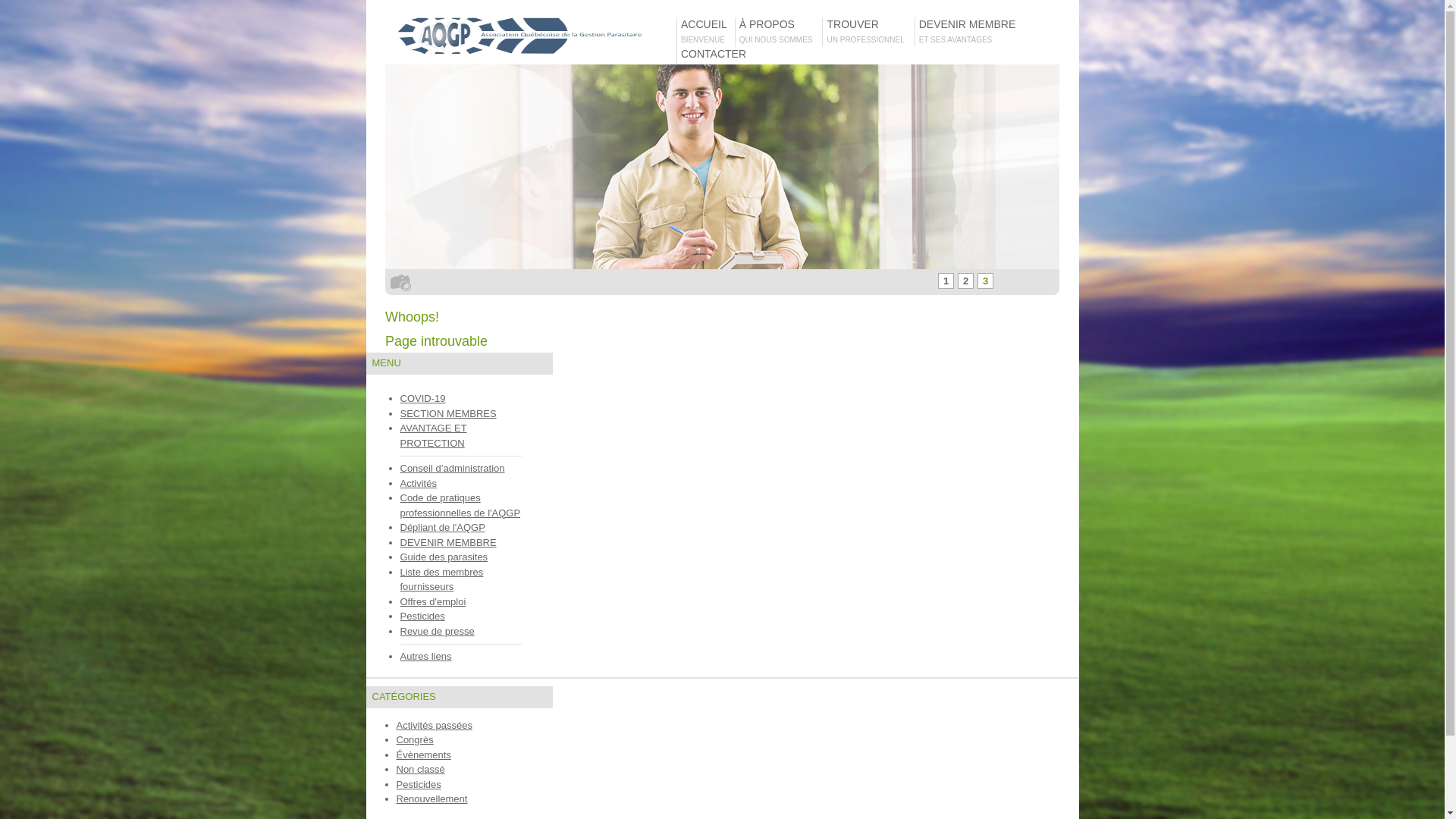  I want to click on 'ACCUEIL, so click(705, 32).